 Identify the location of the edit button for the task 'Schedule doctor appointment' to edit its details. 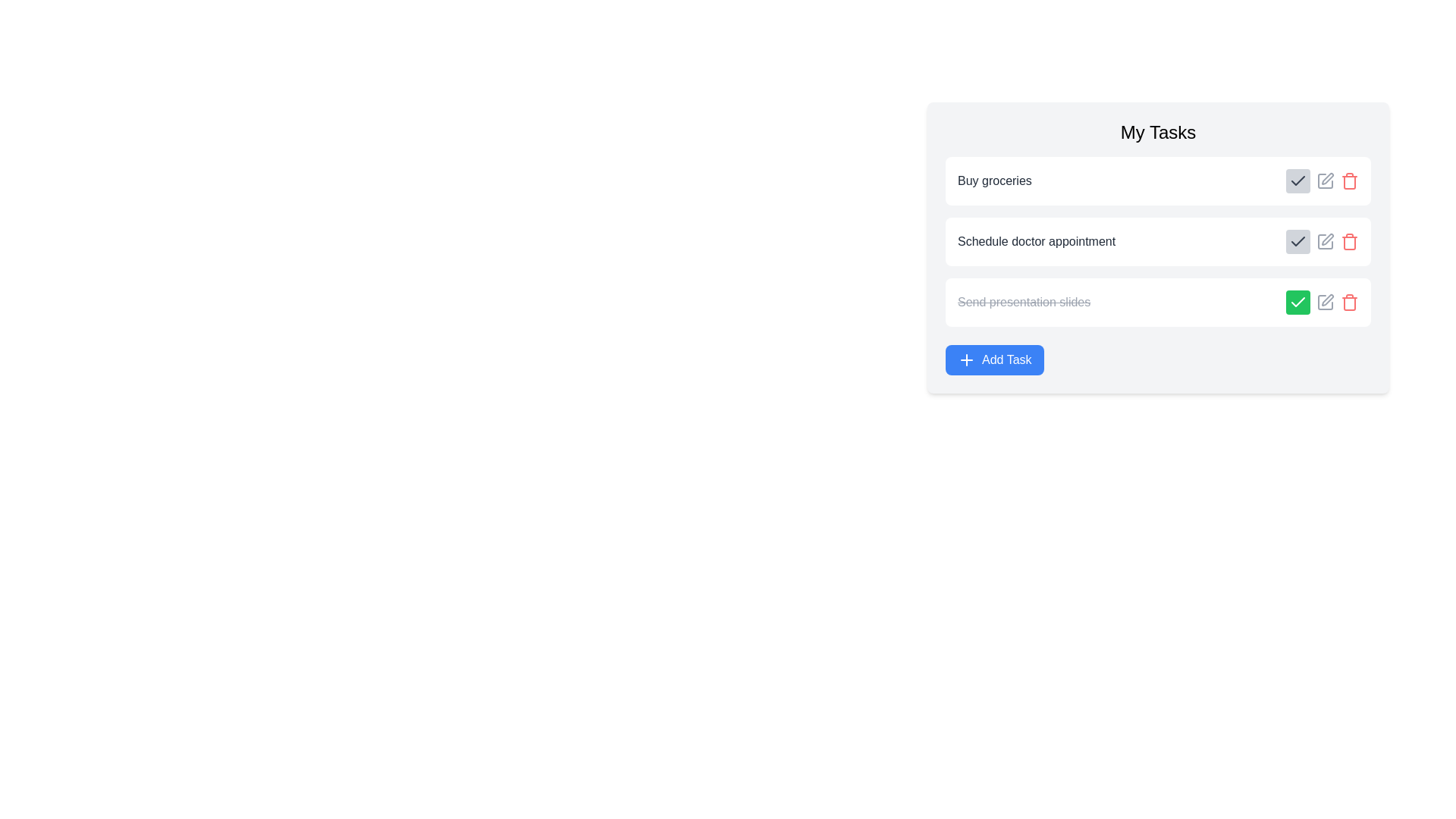
(1324, 241).